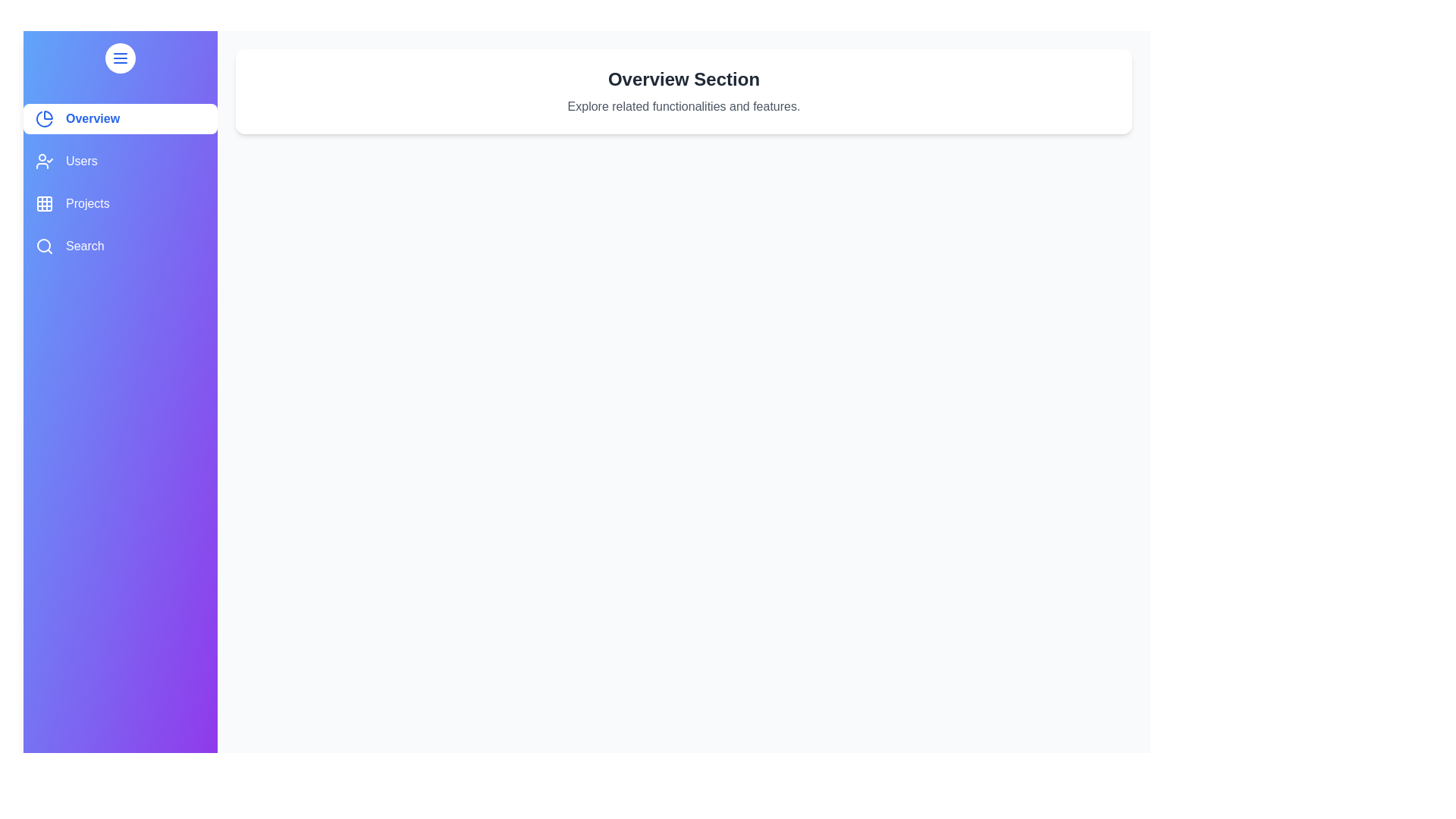  What do you see at coordinates (119, 245) in the screenshot?
I see `the sidebar item labeled Search to view its hover effect` at bounding box center [119, 245].